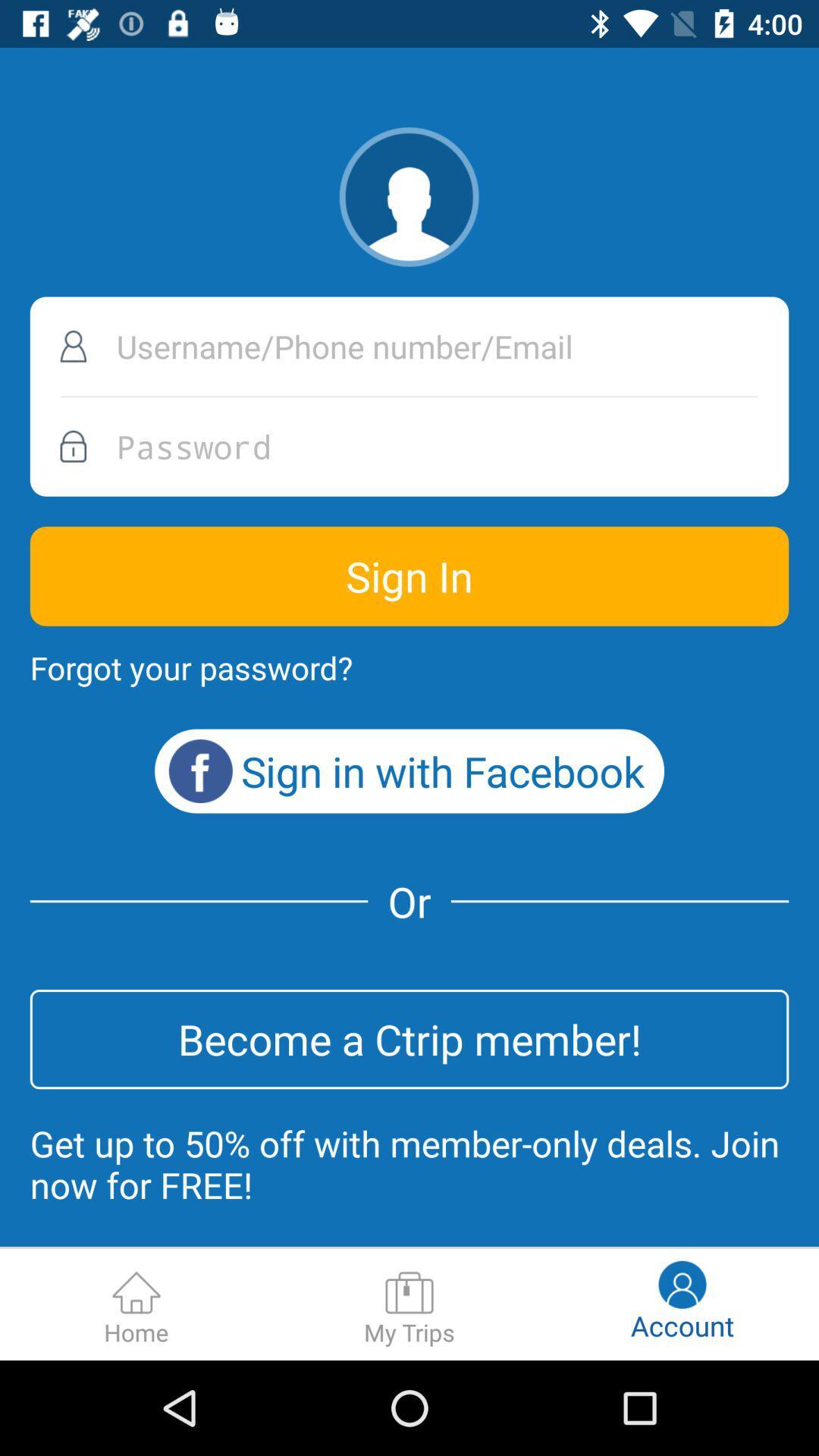 The image size is (819, 1456). What do you see at coordinates (409, 1038) in the screenshot?
I see `the become a ctrip icon` at bounding box center [409, 1038].